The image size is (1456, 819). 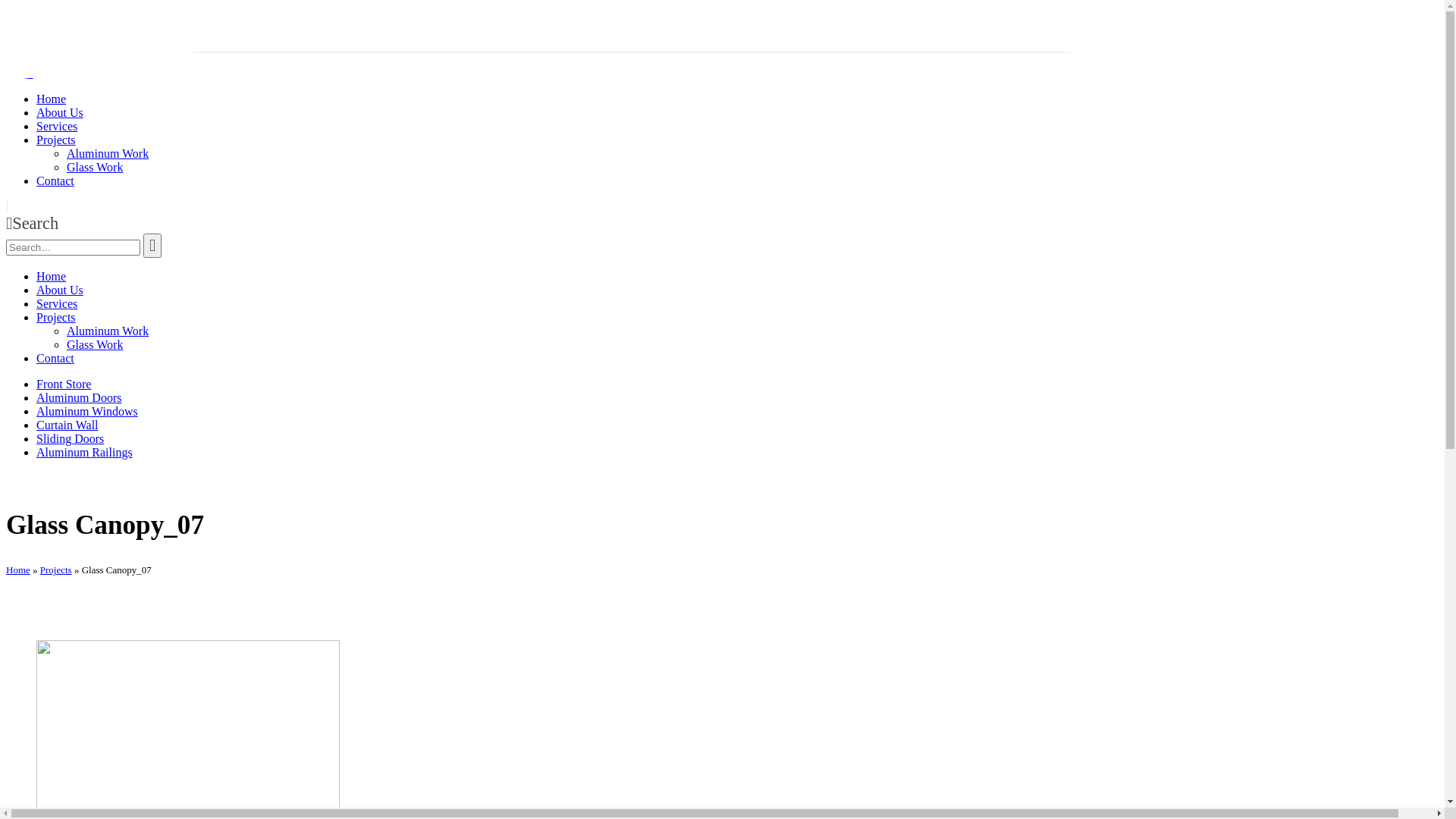 What do you see at coordinates (69, 438) in the screenshot?
I see `'Sliding Doors'` at bounding box center [69, 438].